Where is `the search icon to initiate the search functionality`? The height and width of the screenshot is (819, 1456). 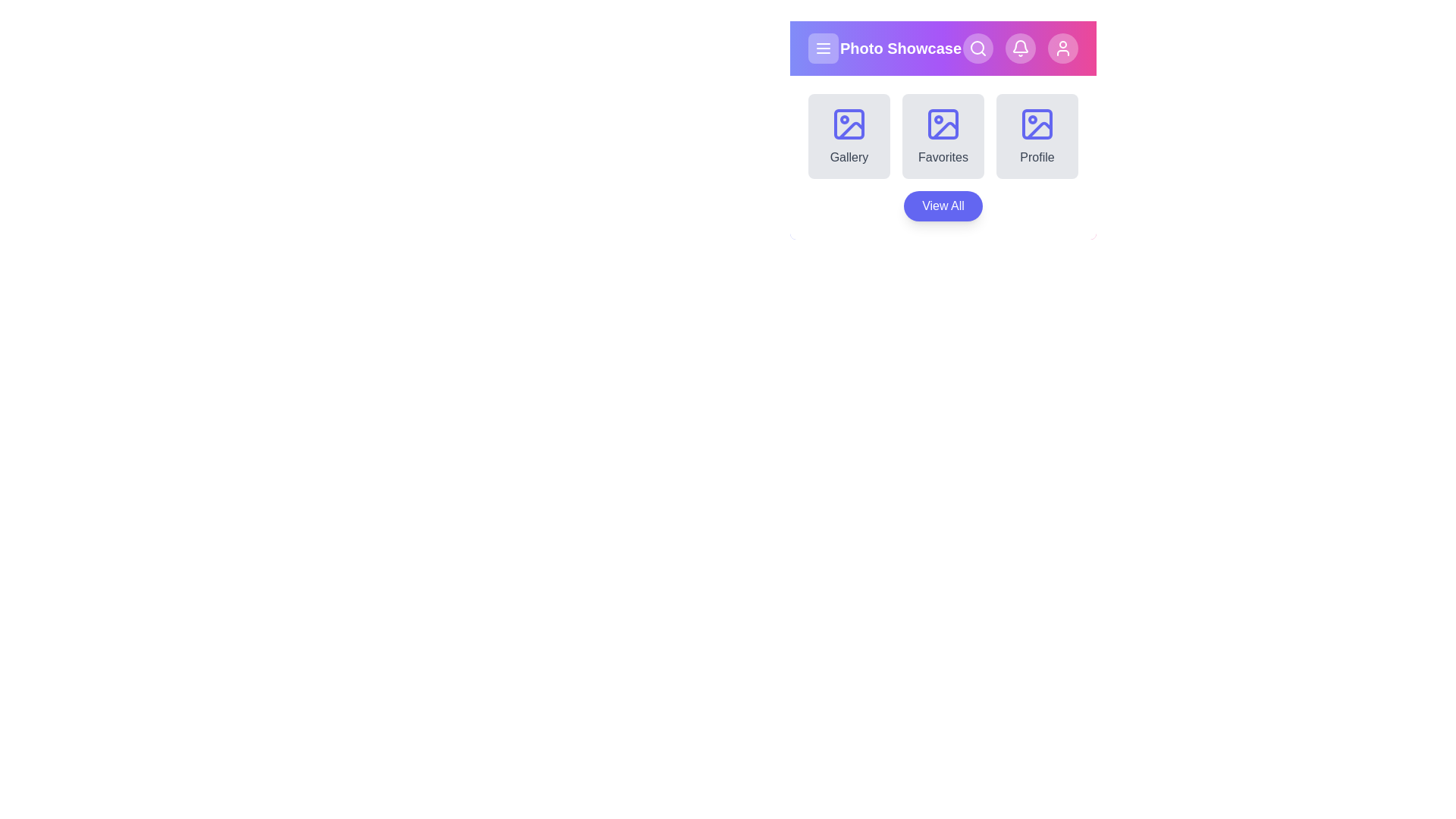
the search icon to initiate the search functionality is located at coordinates (978, 48).